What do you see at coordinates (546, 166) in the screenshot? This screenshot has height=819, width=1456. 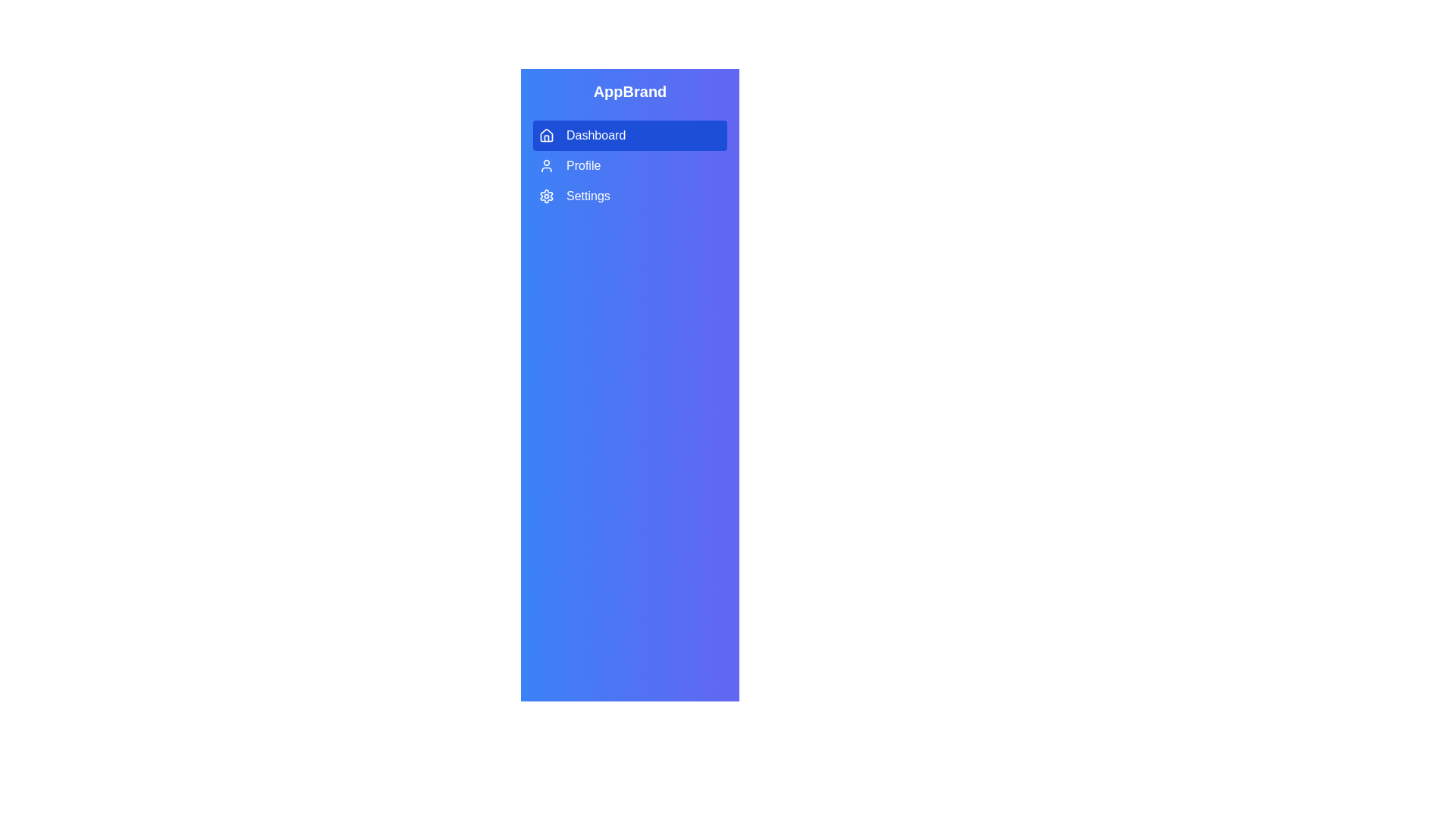 I see `the Profile icon in the left navigation menu` at bounding box center [546, 166].